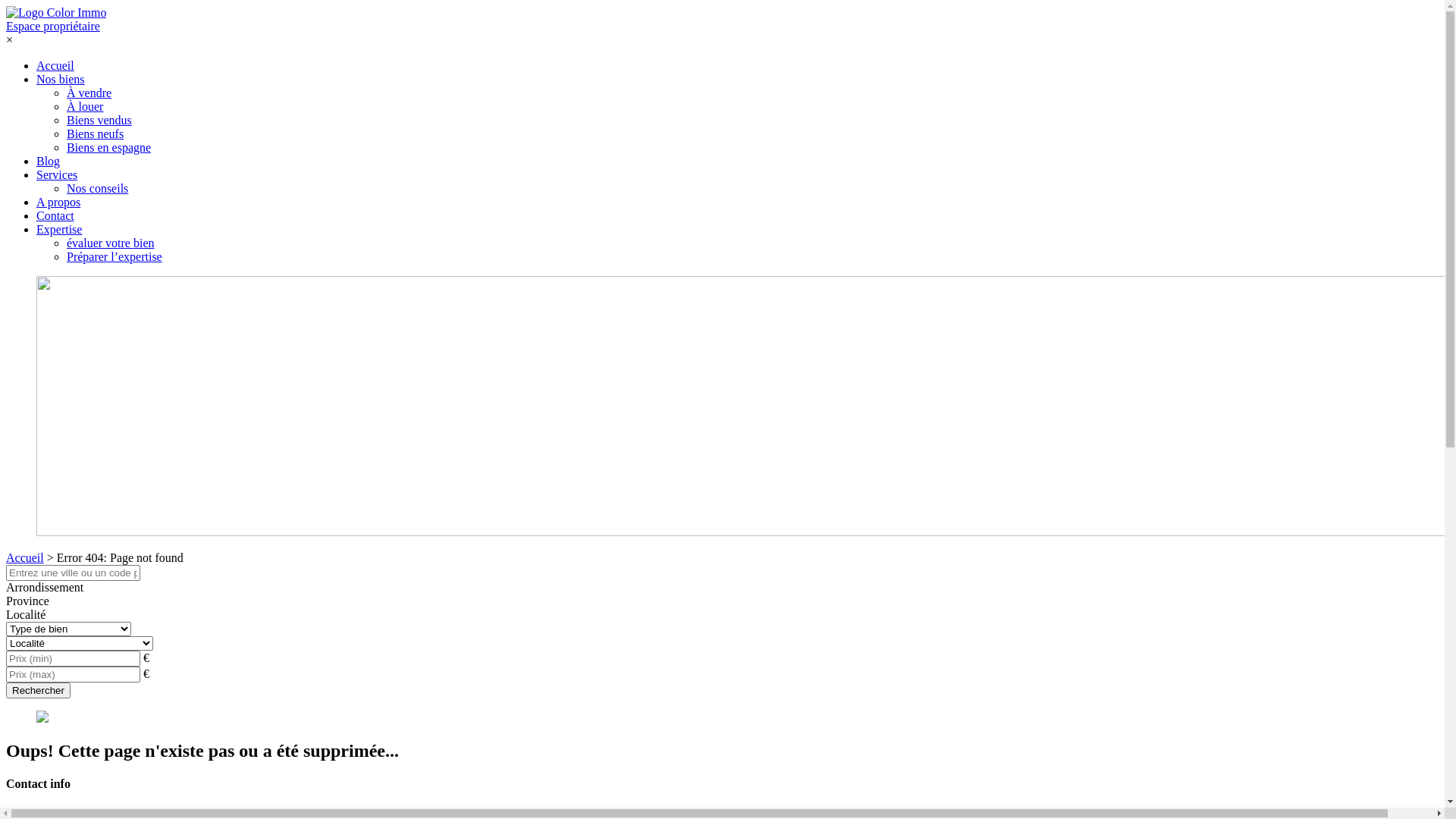 Image resolution: width=1456 pixels, height=819 pixels. Describe the element at coordinates (6, 690) in the screenshot. I see `'Rechercher'` at that location.